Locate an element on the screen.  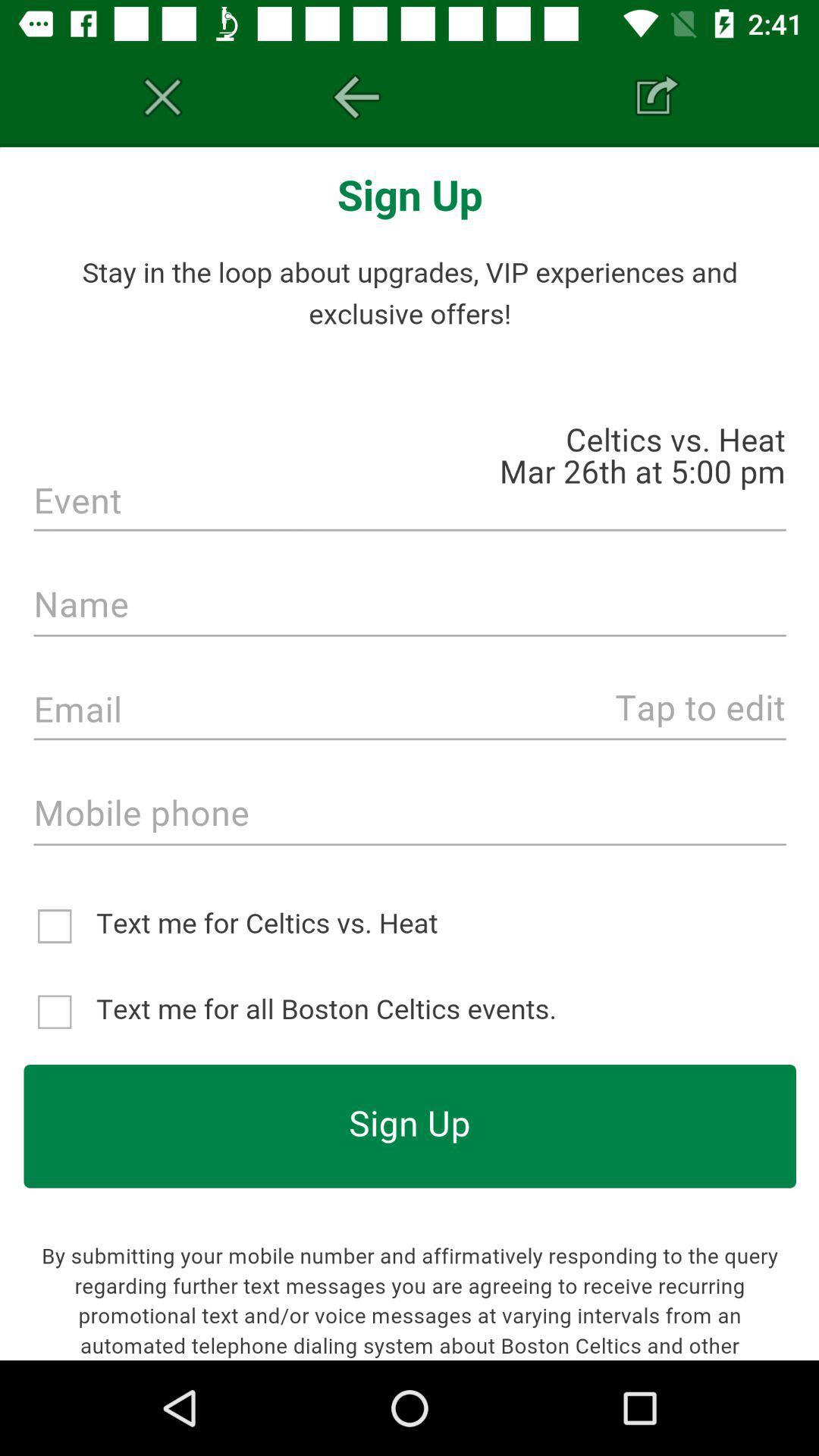
share is located at coordinates (655, 96).